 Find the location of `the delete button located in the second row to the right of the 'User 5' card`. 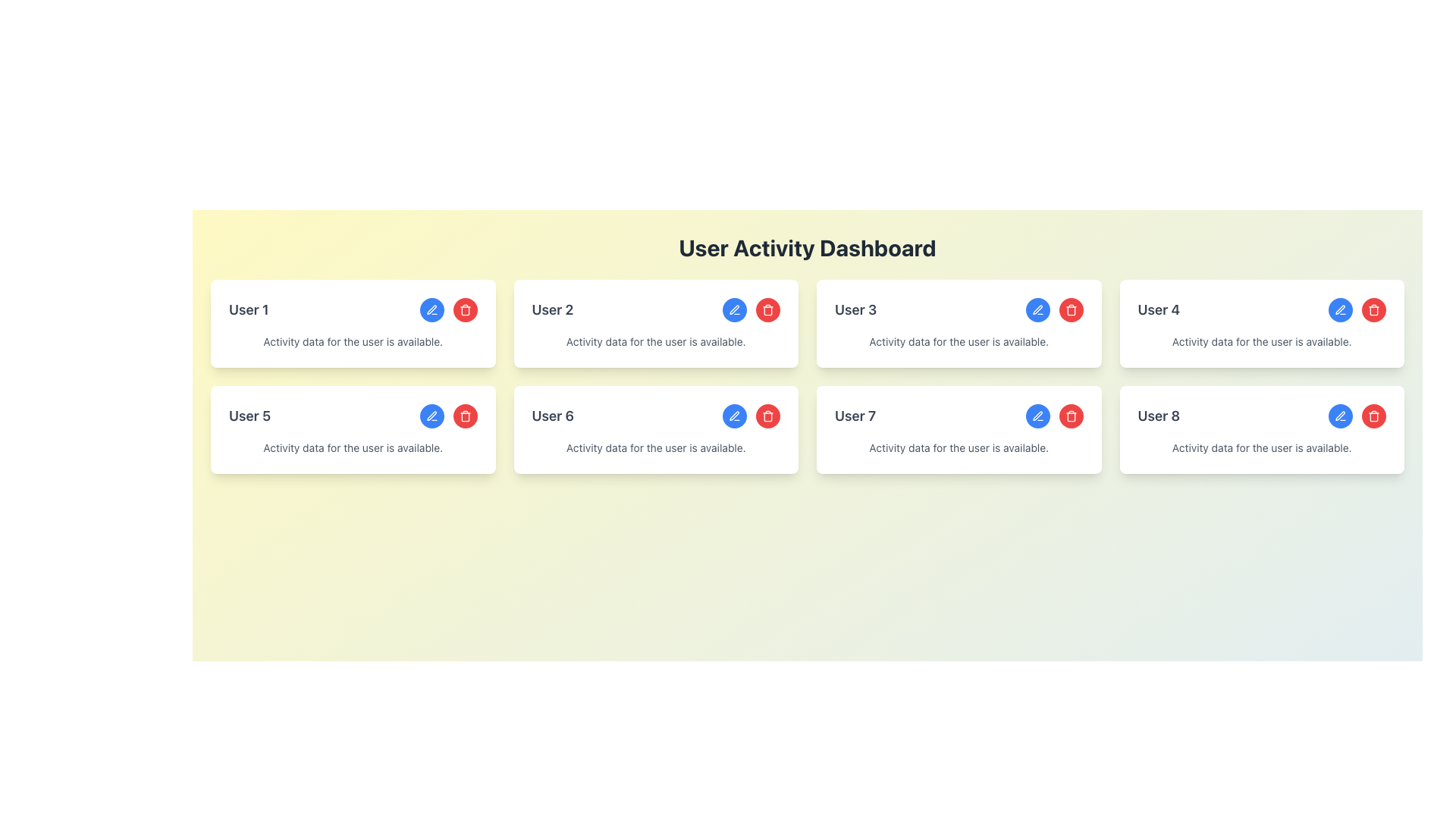

the delete button located in the second row to the right of the 'User 5' card is located at coordinates (464, 416).